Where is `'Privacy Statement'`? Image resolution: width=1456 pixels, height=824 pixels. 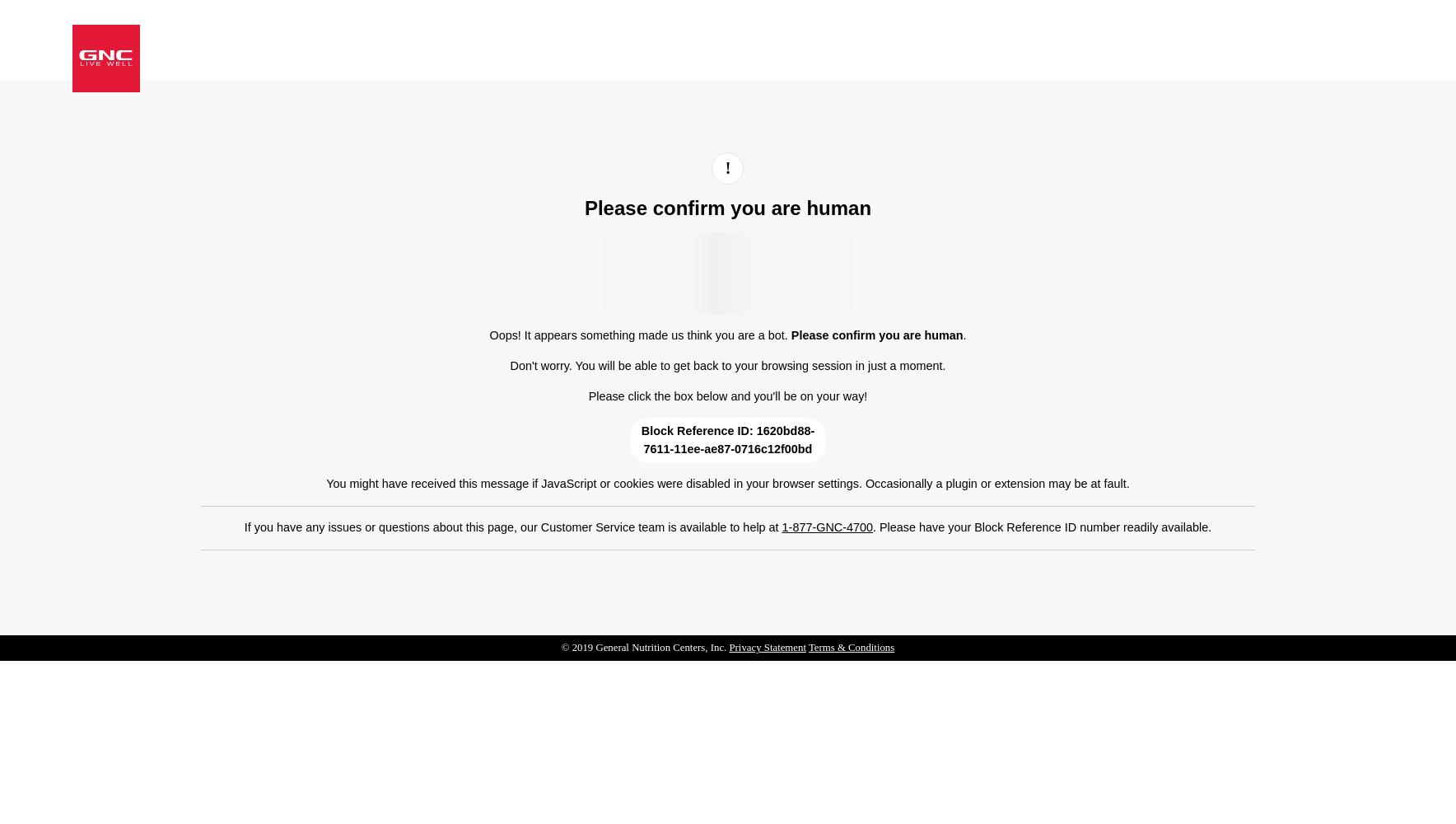
'Privacy Statement' is located at coordinates (728, 647).